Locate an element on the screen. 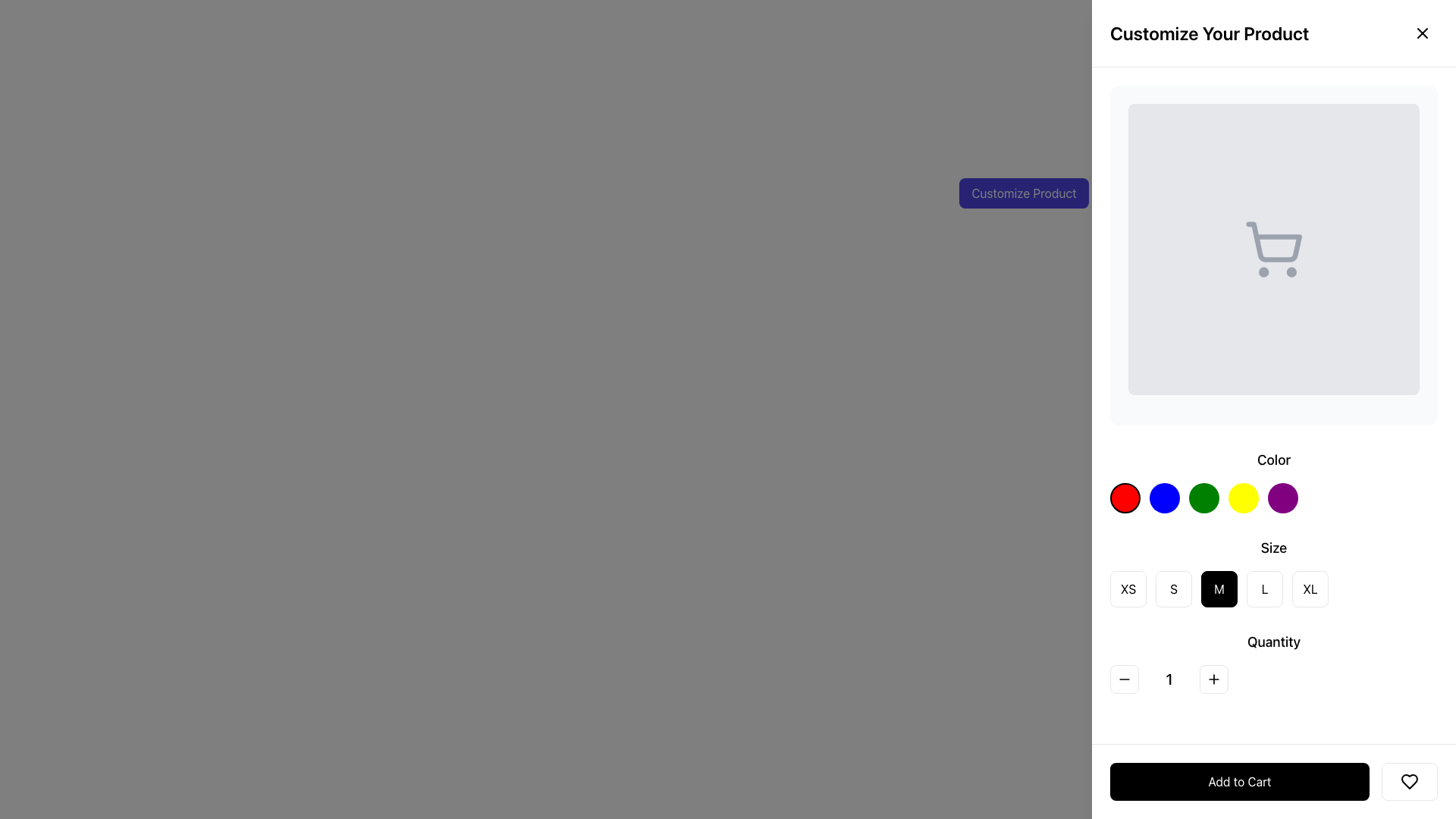 The width and height of the screenshot is (1456, 819). the favorite button located at the bottom-right corner of the panel, adjacent to the 'Add to Cart' button, to mark the item as favorite is located at coordinates (1408, 781).